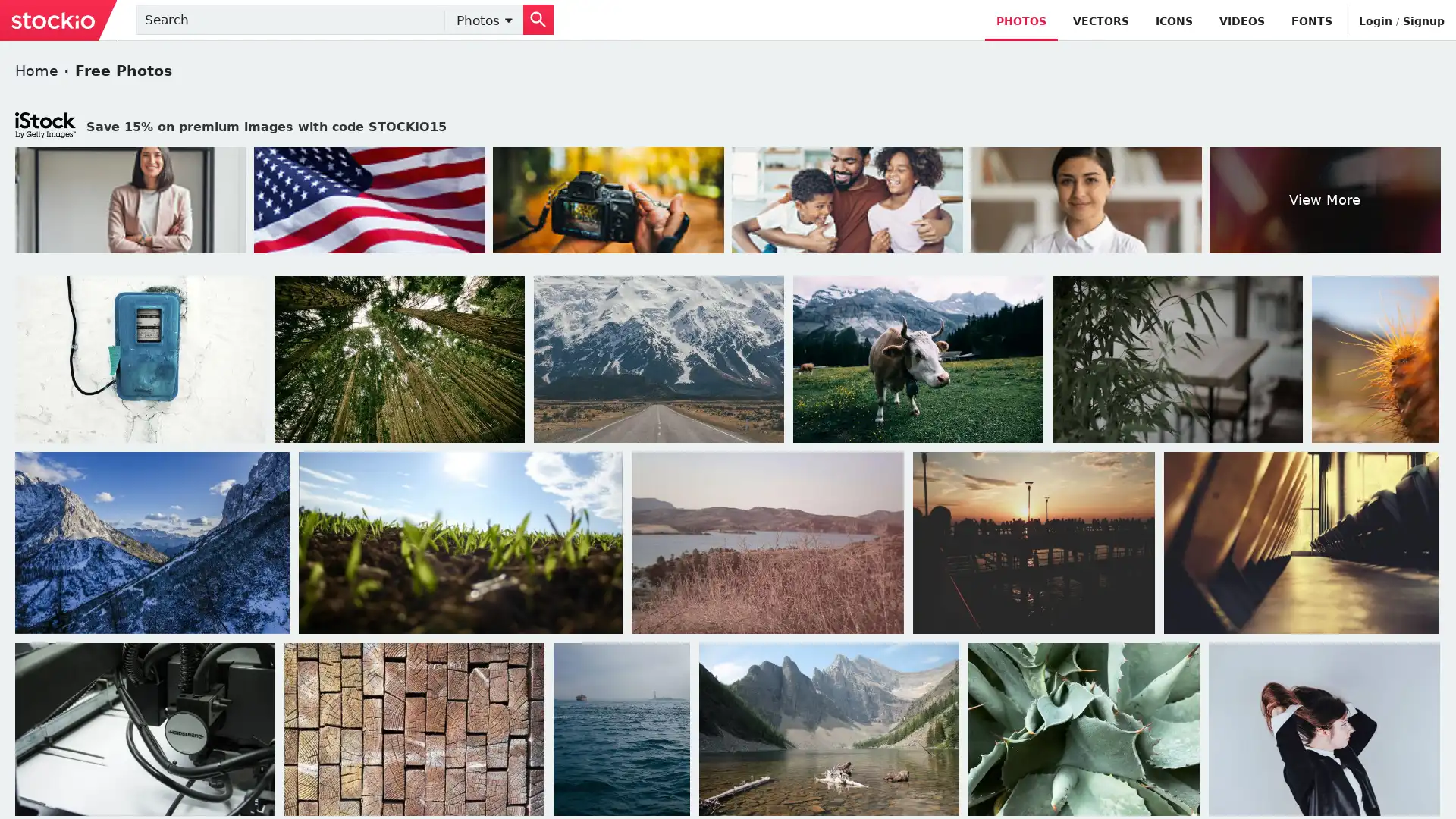 This screenshot has width=1456, height=819. What do you see at coordinates (538, 20) in the screenshot?
I see `Search` at bounding box center [538, 20].